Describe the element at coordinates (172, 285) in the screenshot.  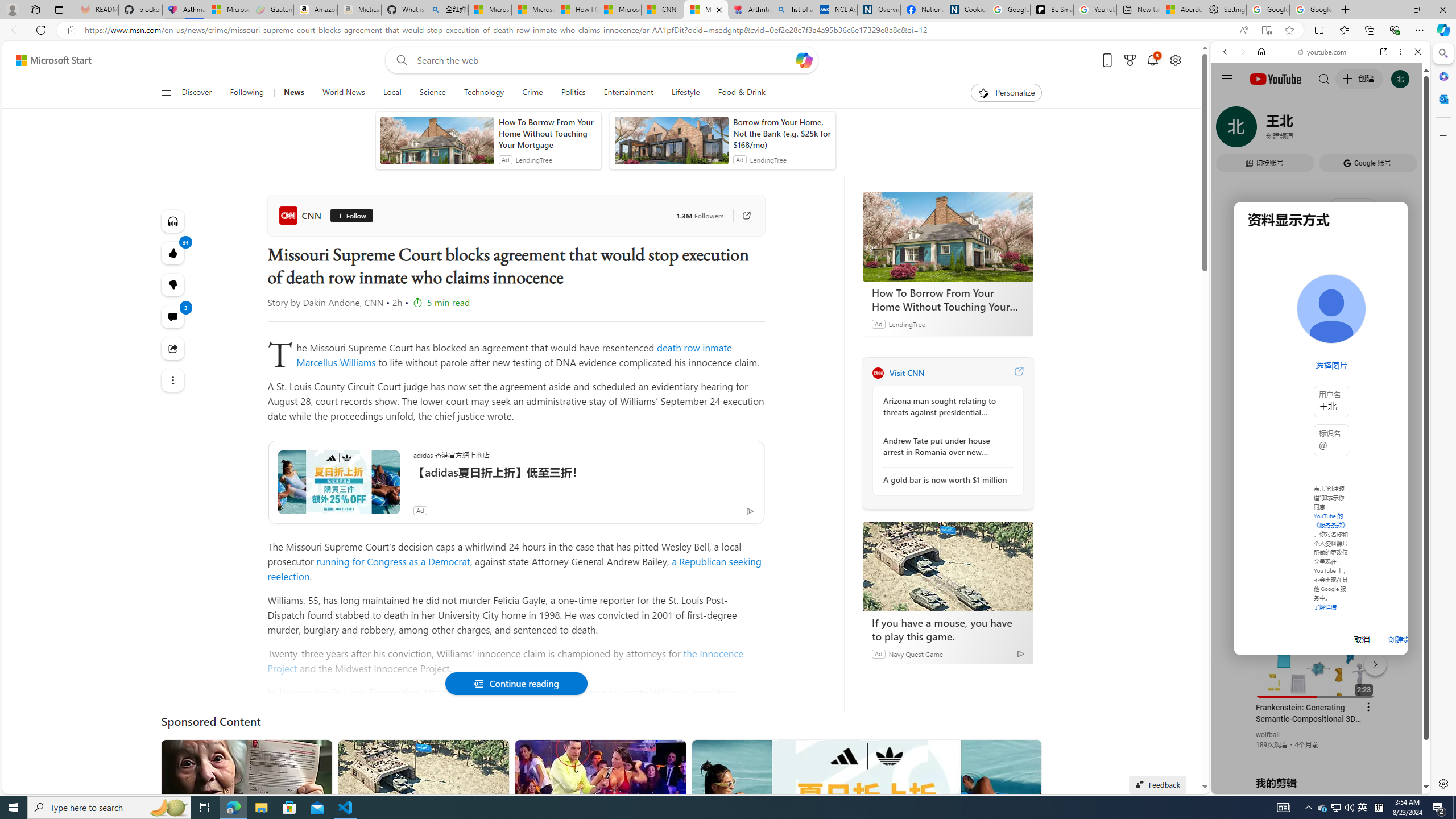
I see `'34'` at that location.